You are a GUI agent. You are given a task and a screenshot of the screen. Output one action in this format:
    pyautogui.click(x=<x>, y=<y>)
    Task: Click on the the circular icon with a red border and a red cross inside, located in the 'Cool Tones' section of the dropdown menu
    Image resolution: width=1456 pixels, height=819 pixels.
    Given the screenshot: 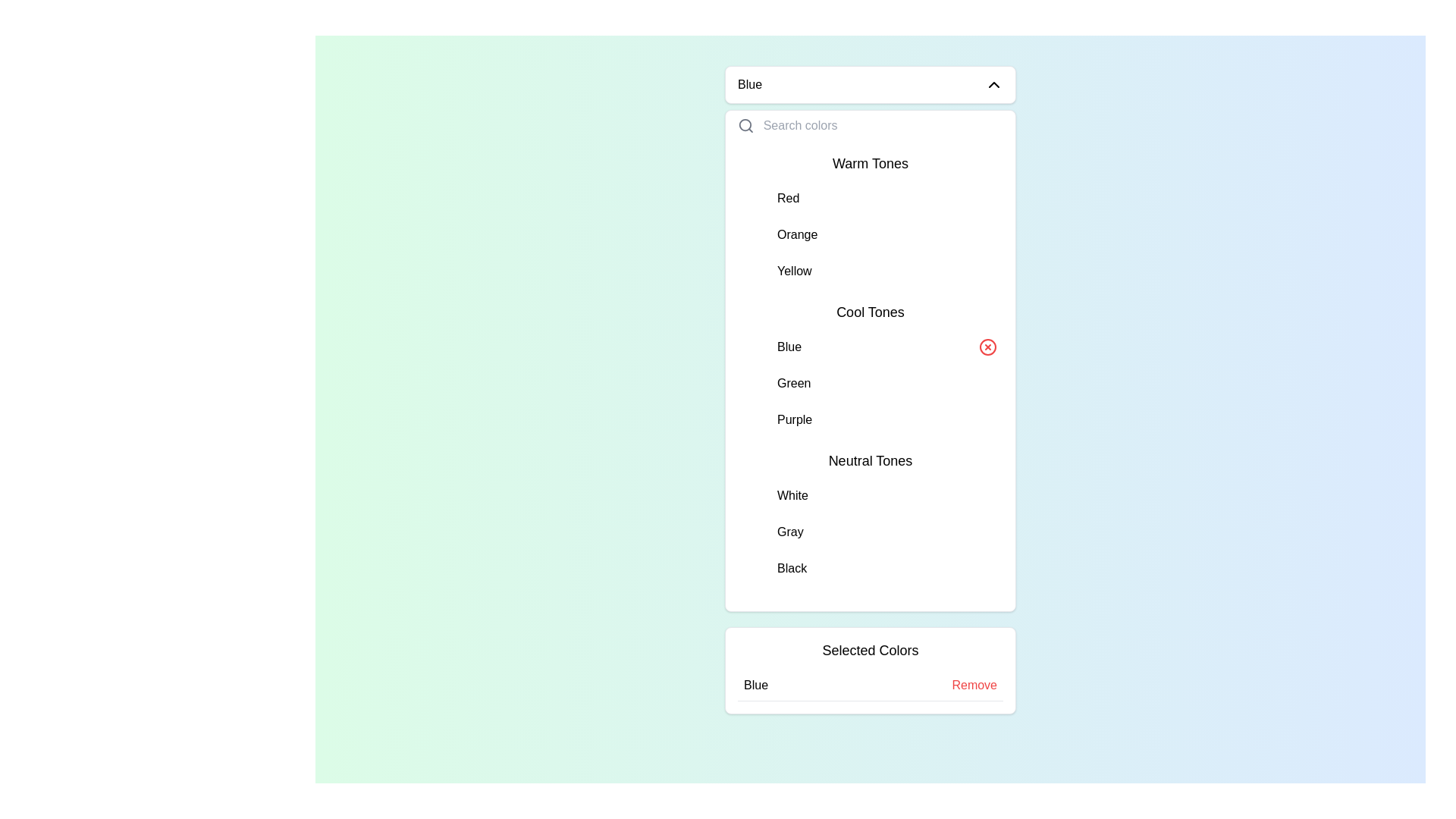 What is the action you would take?
    pyautogui.click(x=987, y=347)
    